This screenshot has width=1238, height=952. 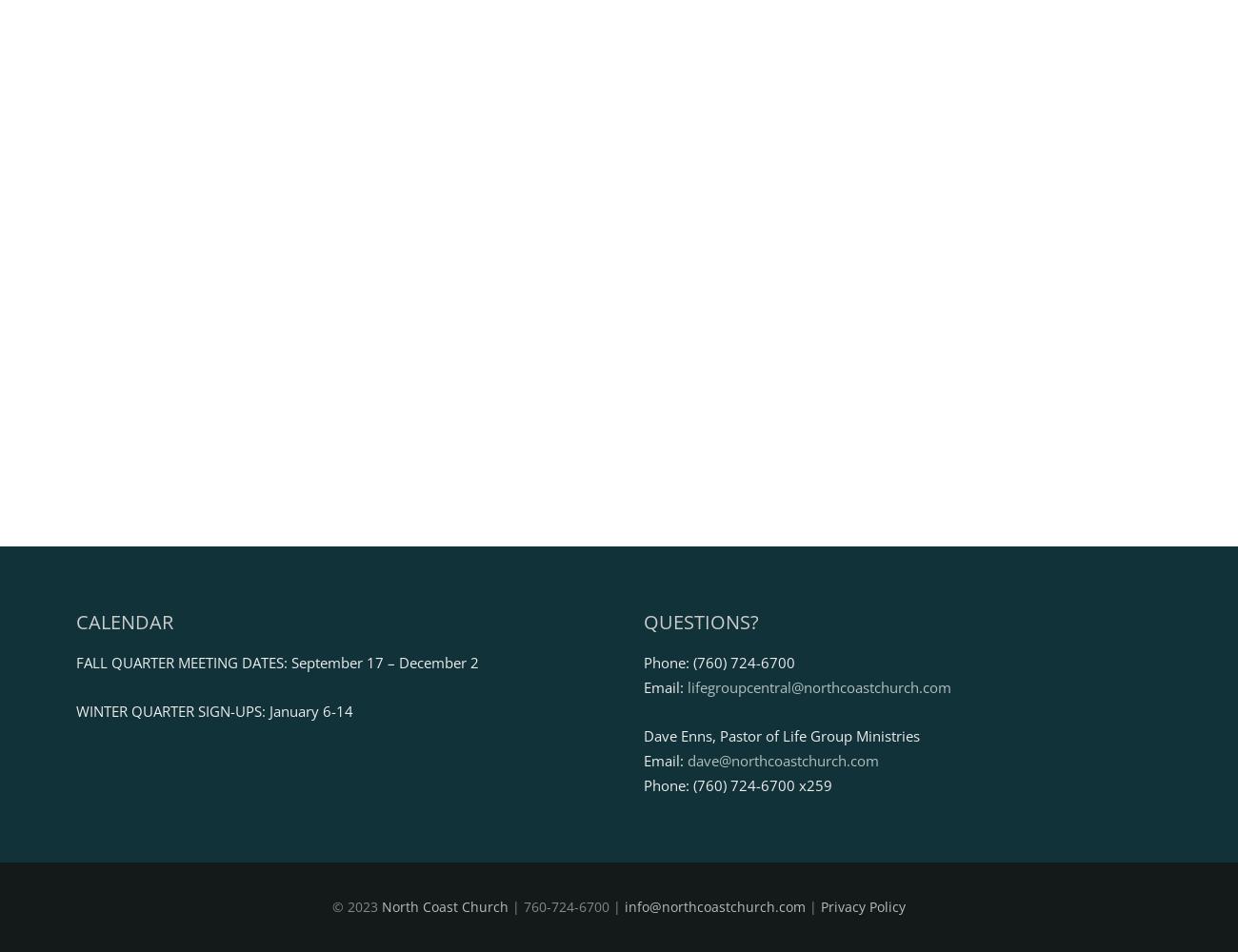 What do you see at coordinates (782, 761) in the screenshot?
I see `'dave@northcoastchurch.com'` at bounding box center [782, 761].